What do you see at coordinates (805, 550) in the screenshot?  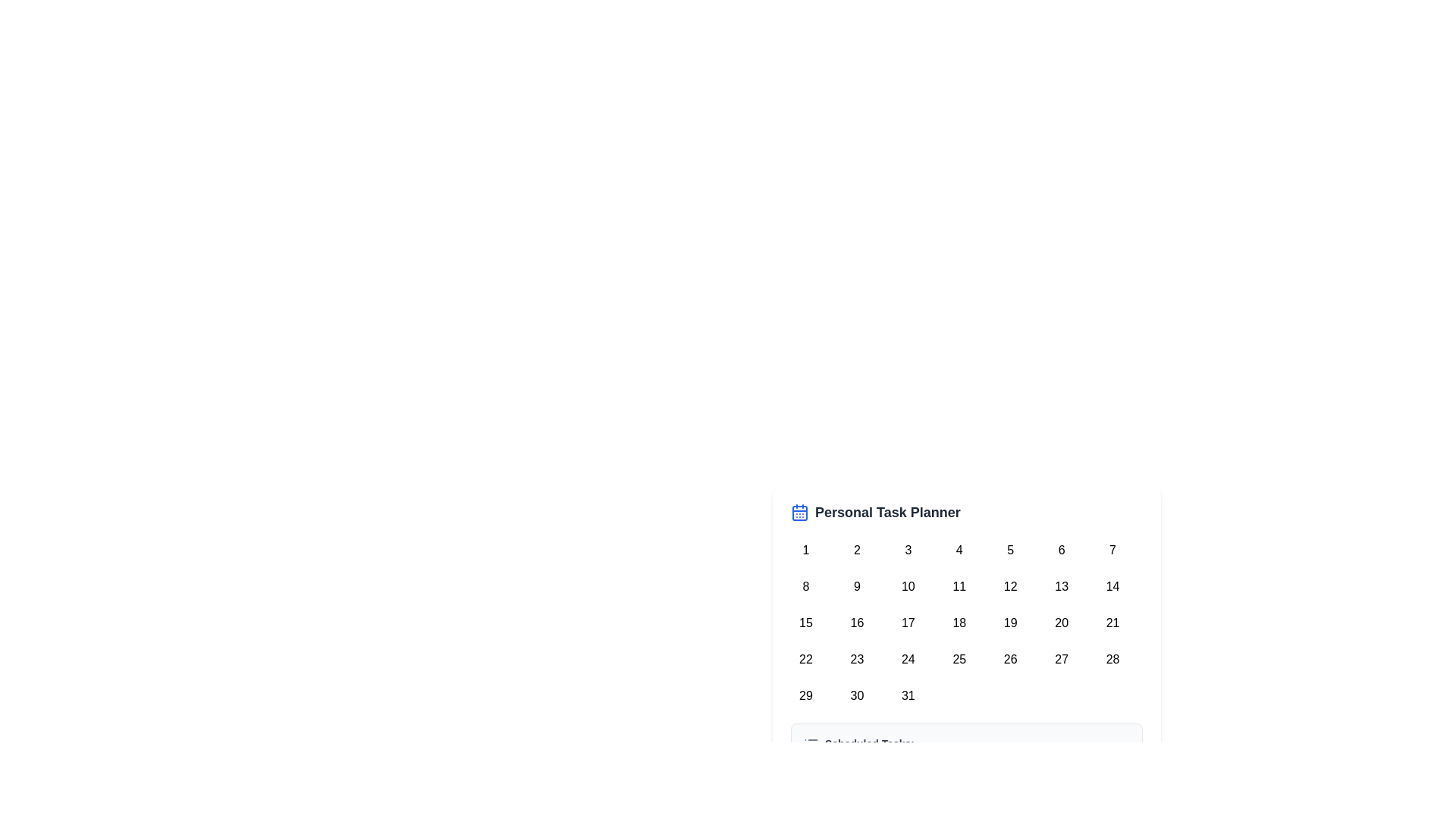 I see `the circular button labeled '1'` at bounding box center [805, 550].